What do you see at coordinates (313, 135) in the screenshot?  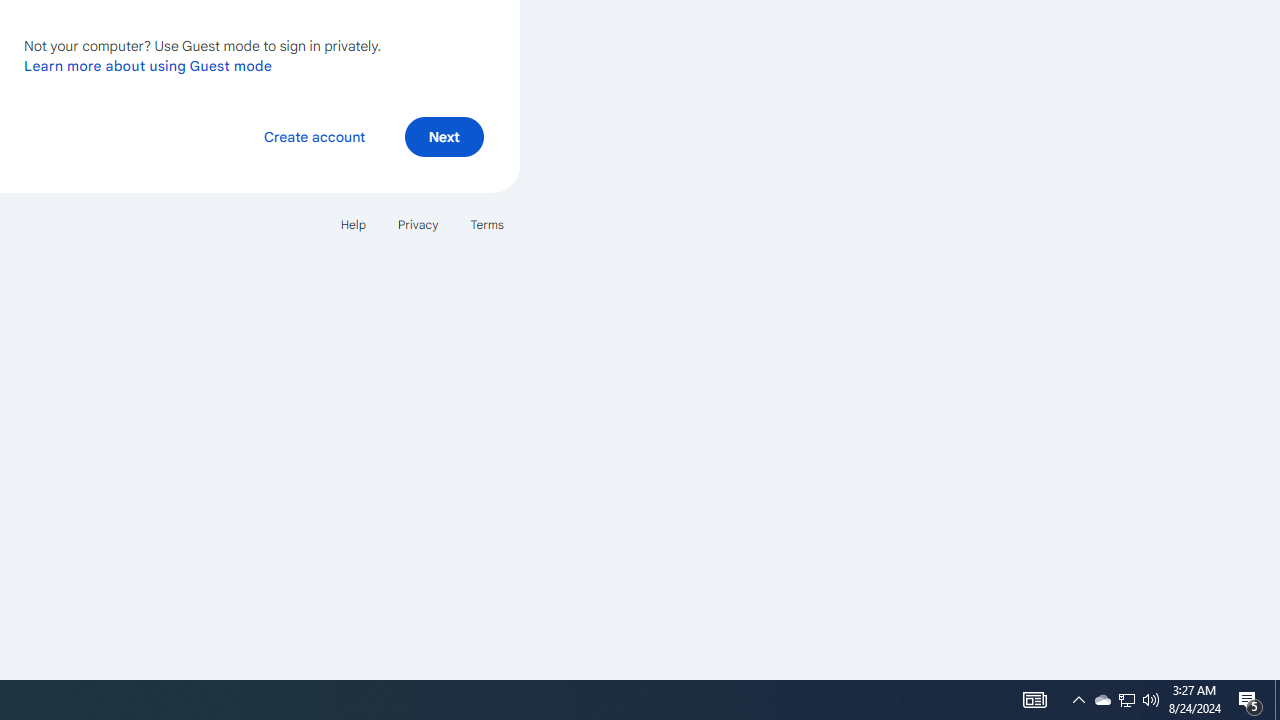 I see `'Create account'` at bounding box center [313, 135].